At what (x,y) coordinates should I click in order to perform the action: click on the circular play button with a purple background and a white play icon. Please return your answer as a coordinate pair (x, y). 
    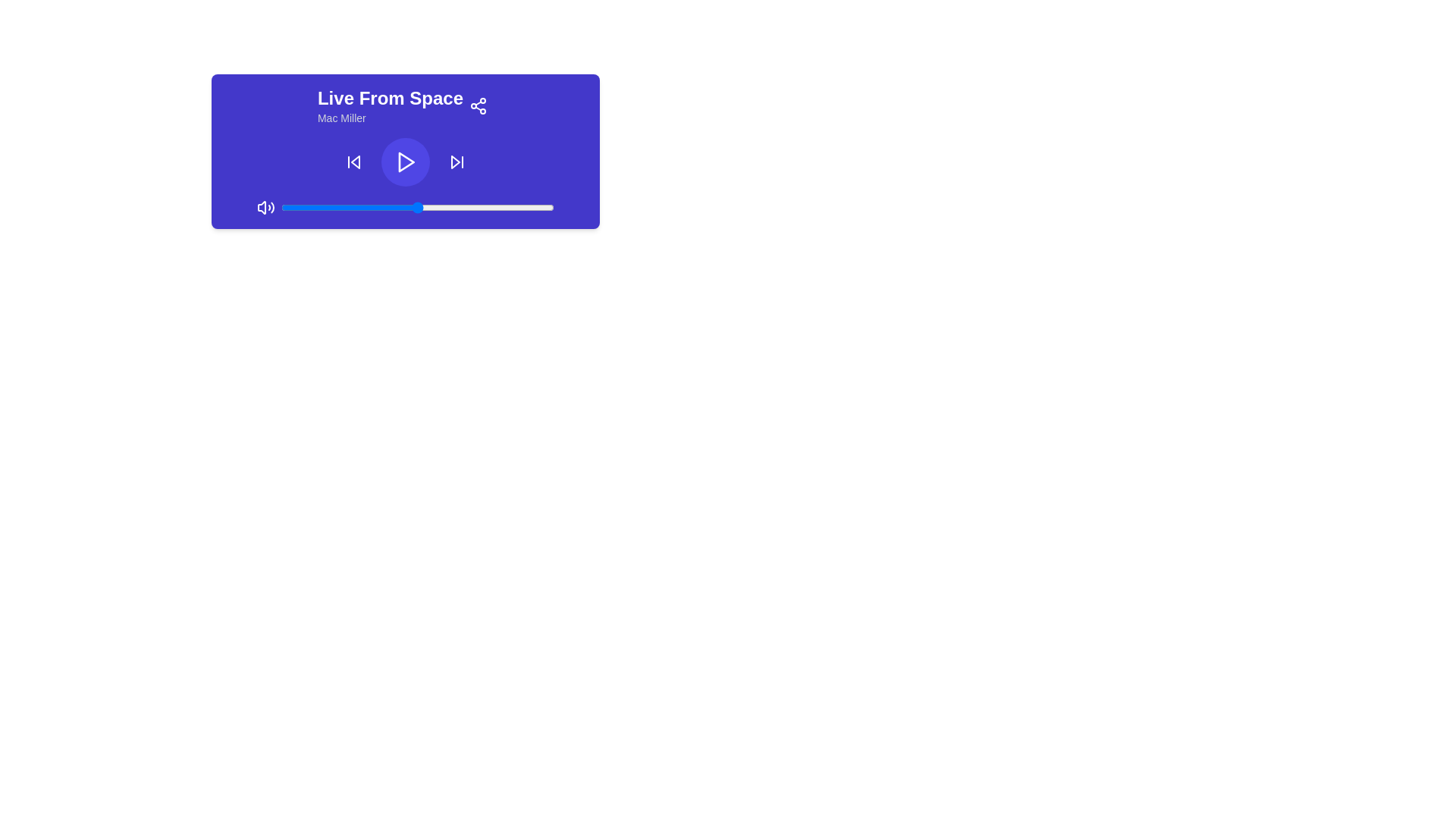
    Looking at the image, I should click on (405, 162).